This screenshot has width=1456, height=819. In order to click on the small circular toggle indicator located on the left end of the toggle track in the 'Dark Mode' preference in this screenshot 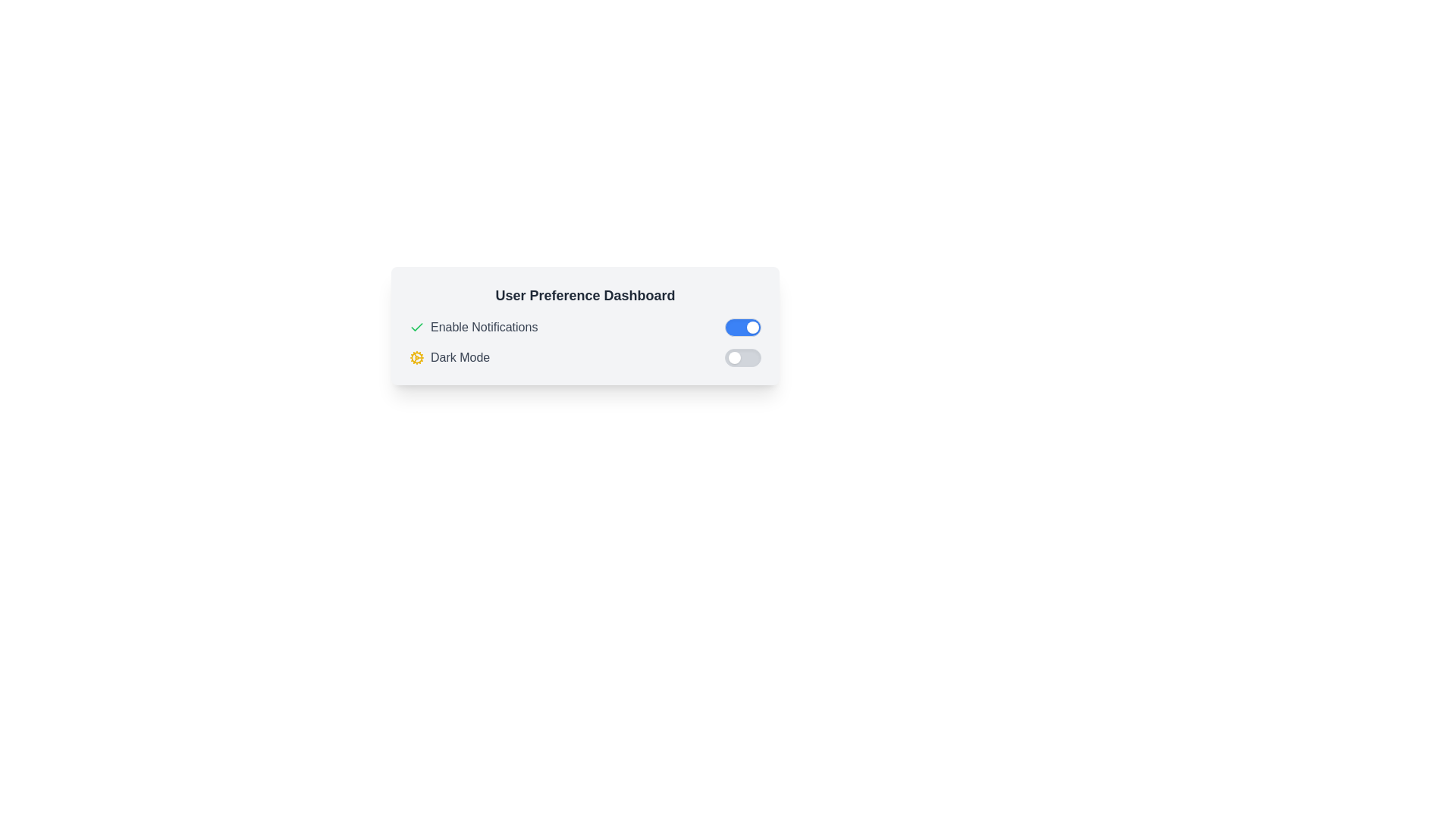, I will do `click(735, 357)`.